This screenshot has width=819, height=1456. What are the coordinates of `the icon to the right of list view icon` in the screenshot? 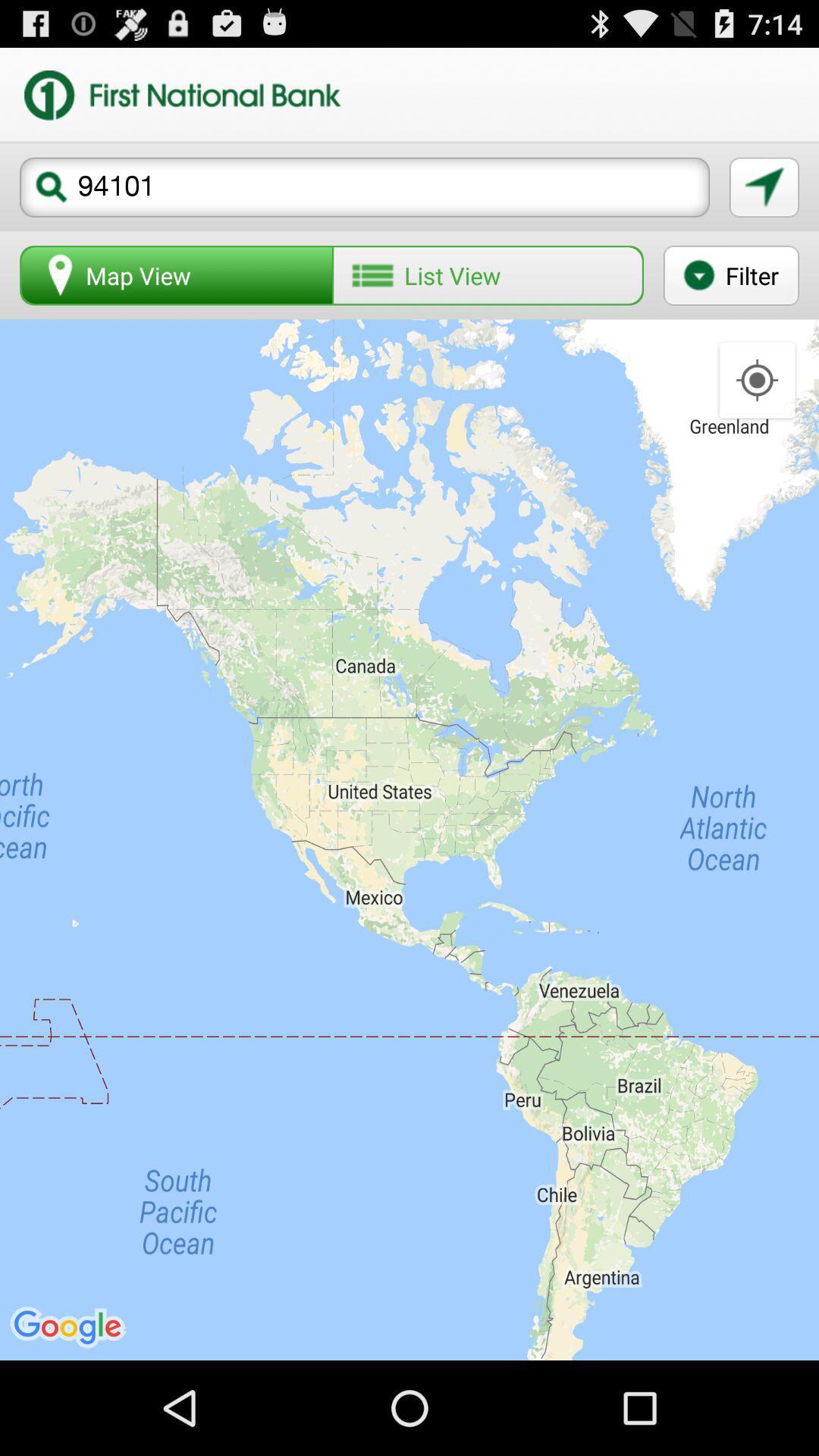 It's located at (730, 275).